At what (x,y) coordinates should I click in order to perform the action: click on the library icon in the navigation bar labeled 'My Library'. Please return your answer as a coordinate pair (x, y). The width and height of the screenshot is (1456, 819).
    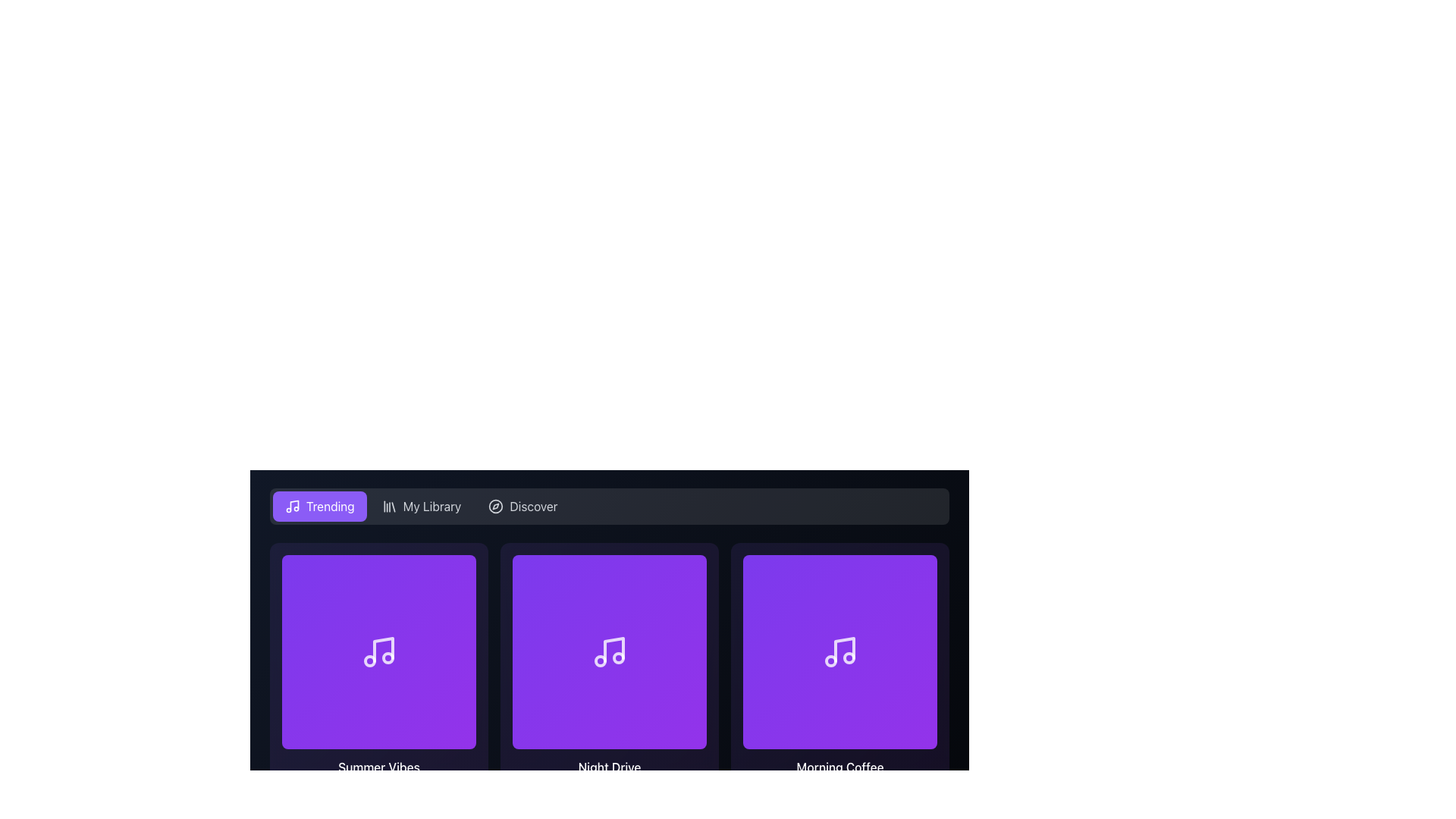
    Looking at the image, I should click on (389, 506).